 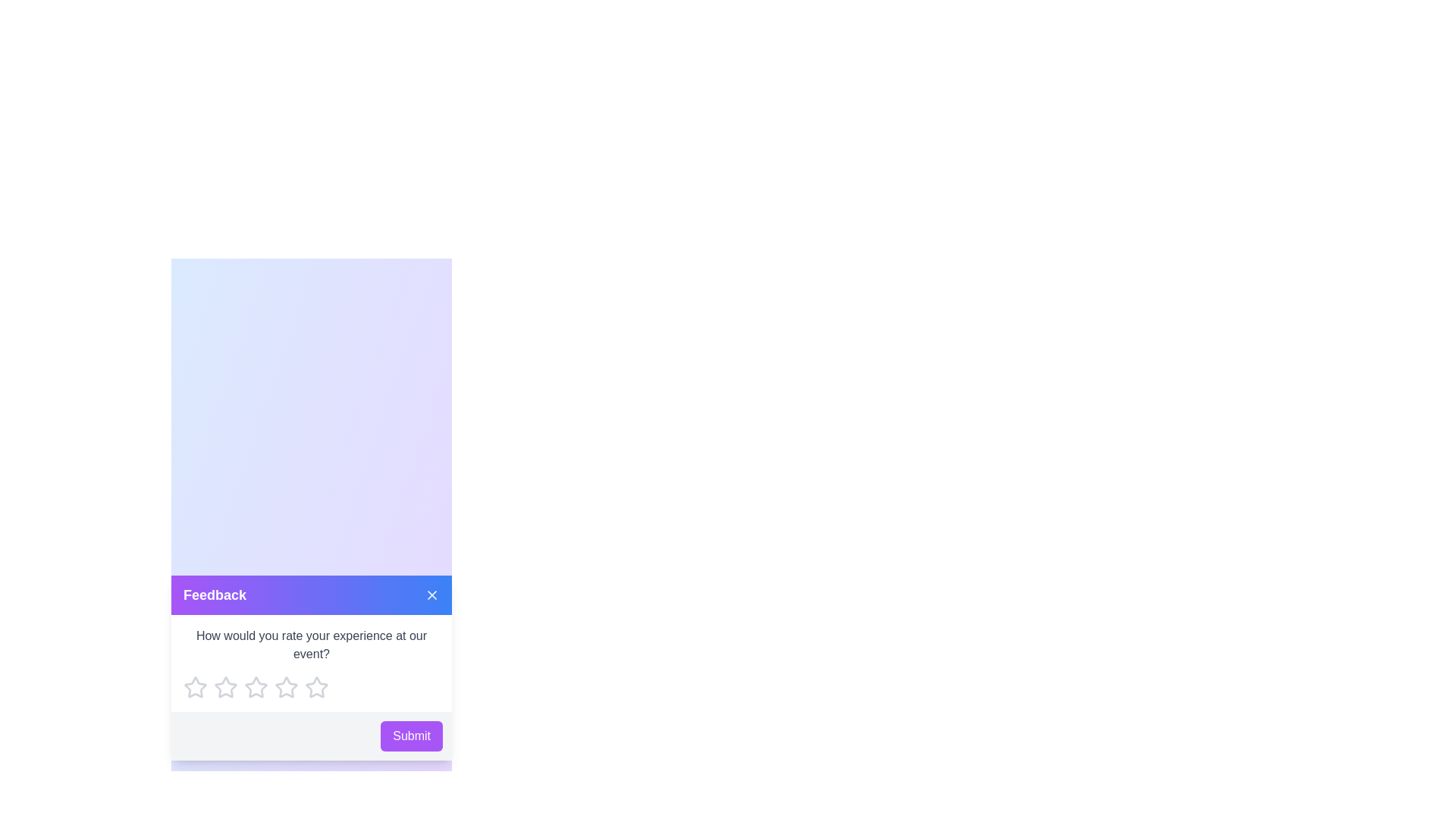 What do you see at coordinates (224, 687) in the screenshot?
I see `the third star rating icon in the feedback form` at bounding box center [224, 687].